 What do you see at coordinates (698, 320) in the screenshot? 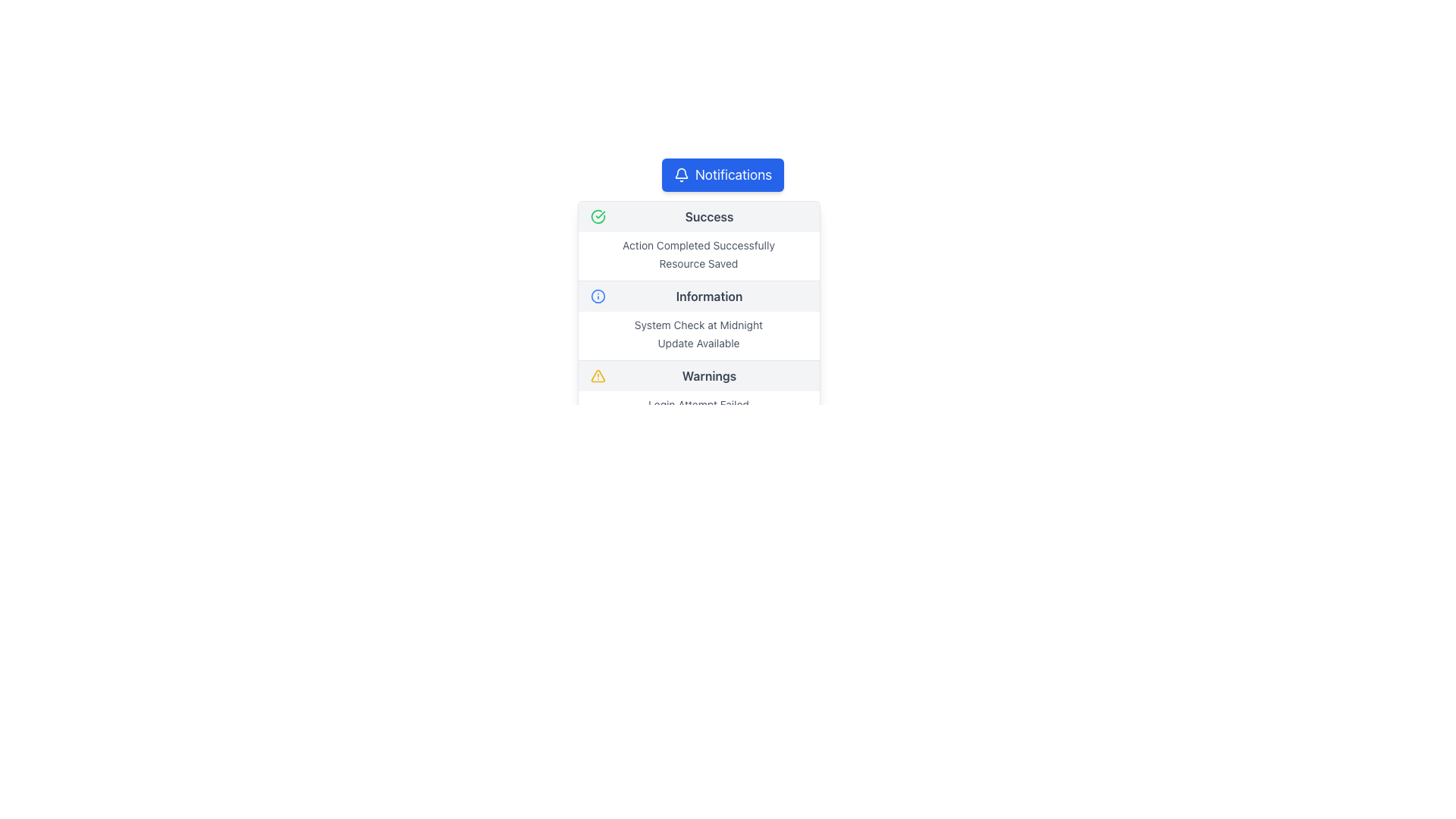
I see `details of the second notification entry titled 'Information' which contains the messages 'System Check at Midnight' and 'Update Available'` at bounding box center [698, 320].